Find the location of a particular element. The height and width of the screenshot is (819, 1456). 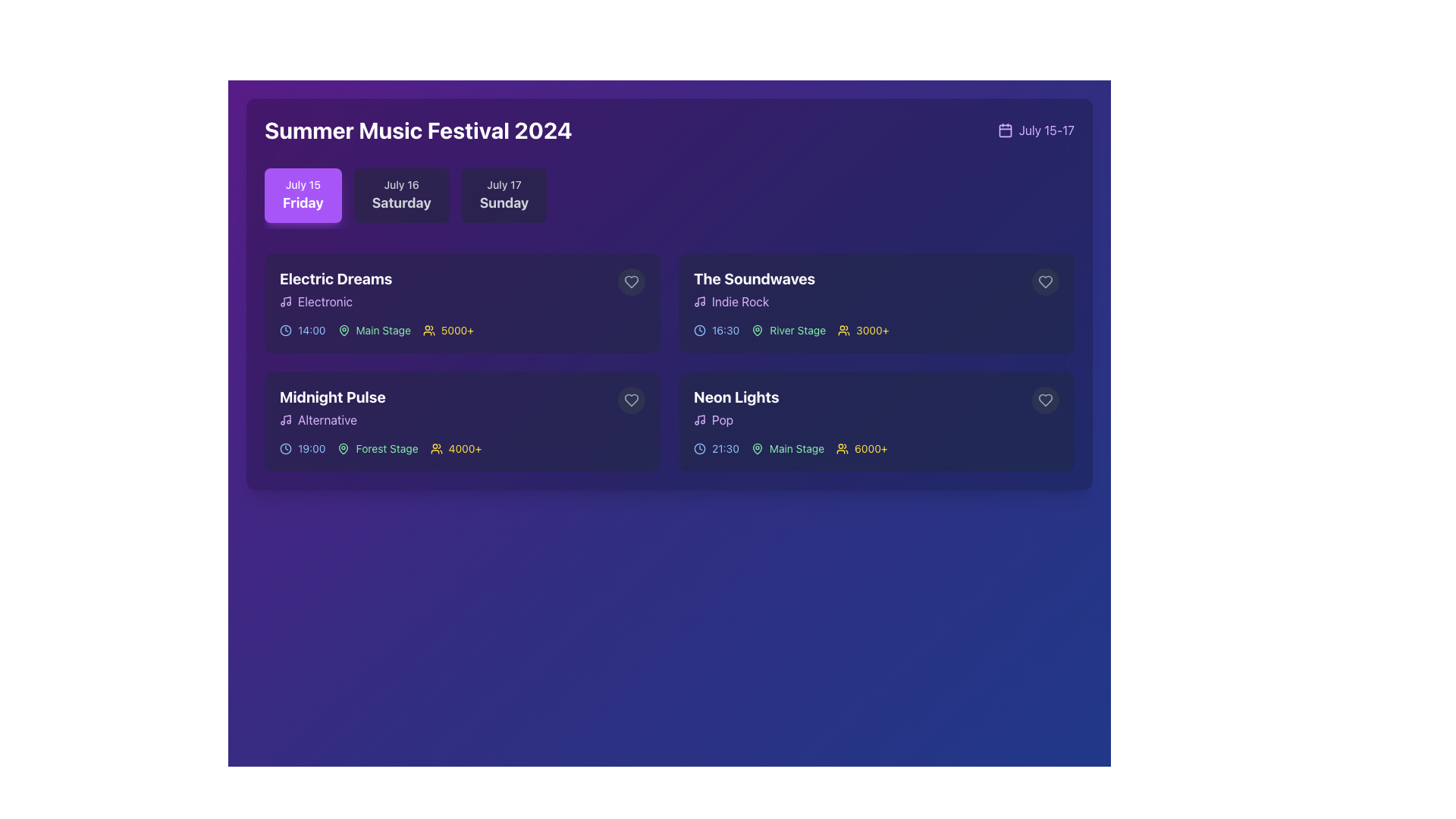

the static text label displaying 'River Stage', which is styled in green and located in the card structure for 'The Soundwaves' event, positioned to the right of a small green map pin icon is located at coordinates (797, 329).